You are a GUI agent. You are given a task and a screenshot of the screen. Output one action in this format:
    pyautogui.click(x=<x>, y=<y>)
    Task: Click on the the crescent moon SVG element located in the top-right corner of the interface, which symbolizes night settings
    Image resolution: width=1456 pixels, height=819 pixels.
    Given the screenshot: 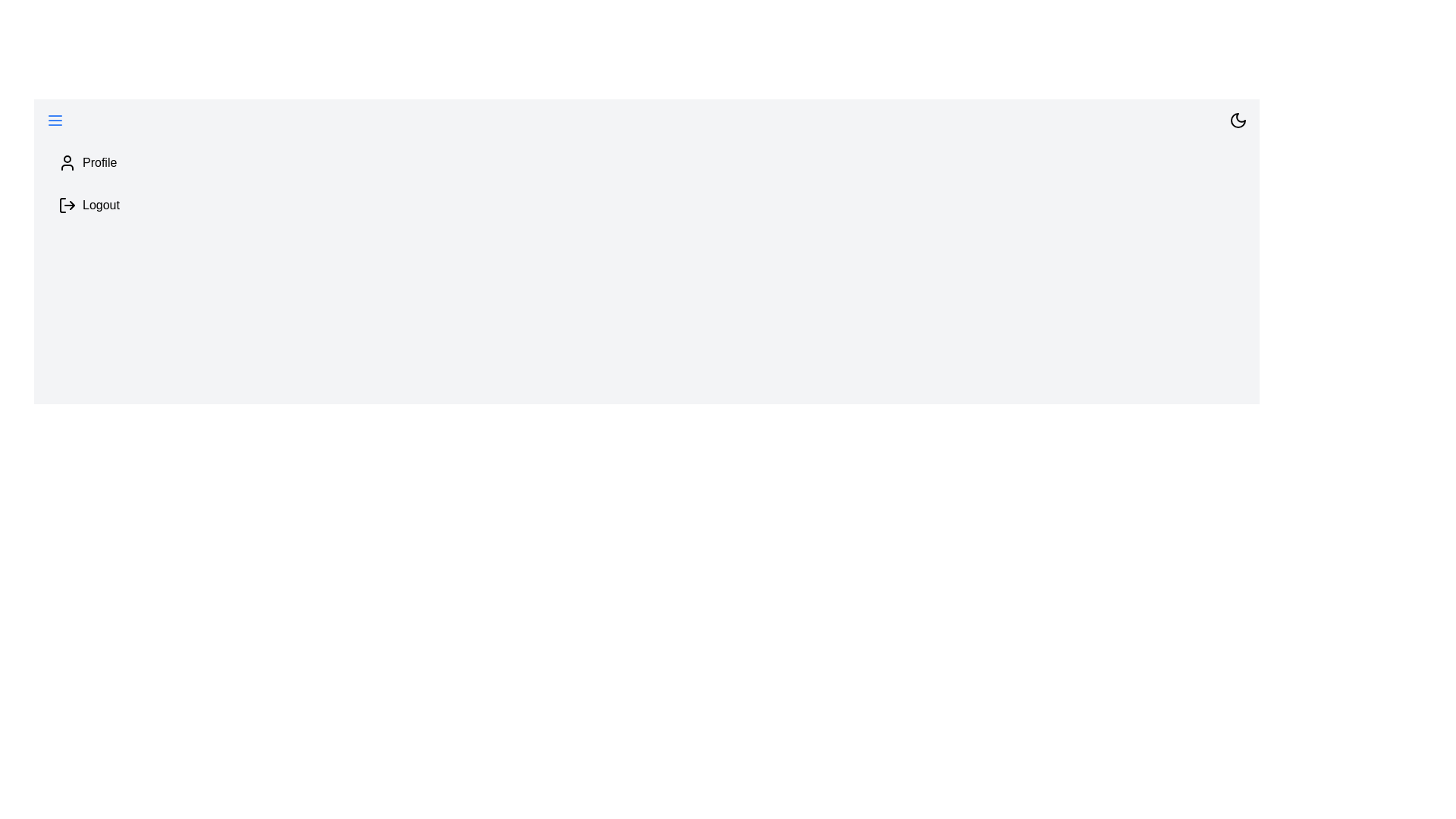 What is the action you would take?
    pyautogui.click(x=1238, y=119)
    